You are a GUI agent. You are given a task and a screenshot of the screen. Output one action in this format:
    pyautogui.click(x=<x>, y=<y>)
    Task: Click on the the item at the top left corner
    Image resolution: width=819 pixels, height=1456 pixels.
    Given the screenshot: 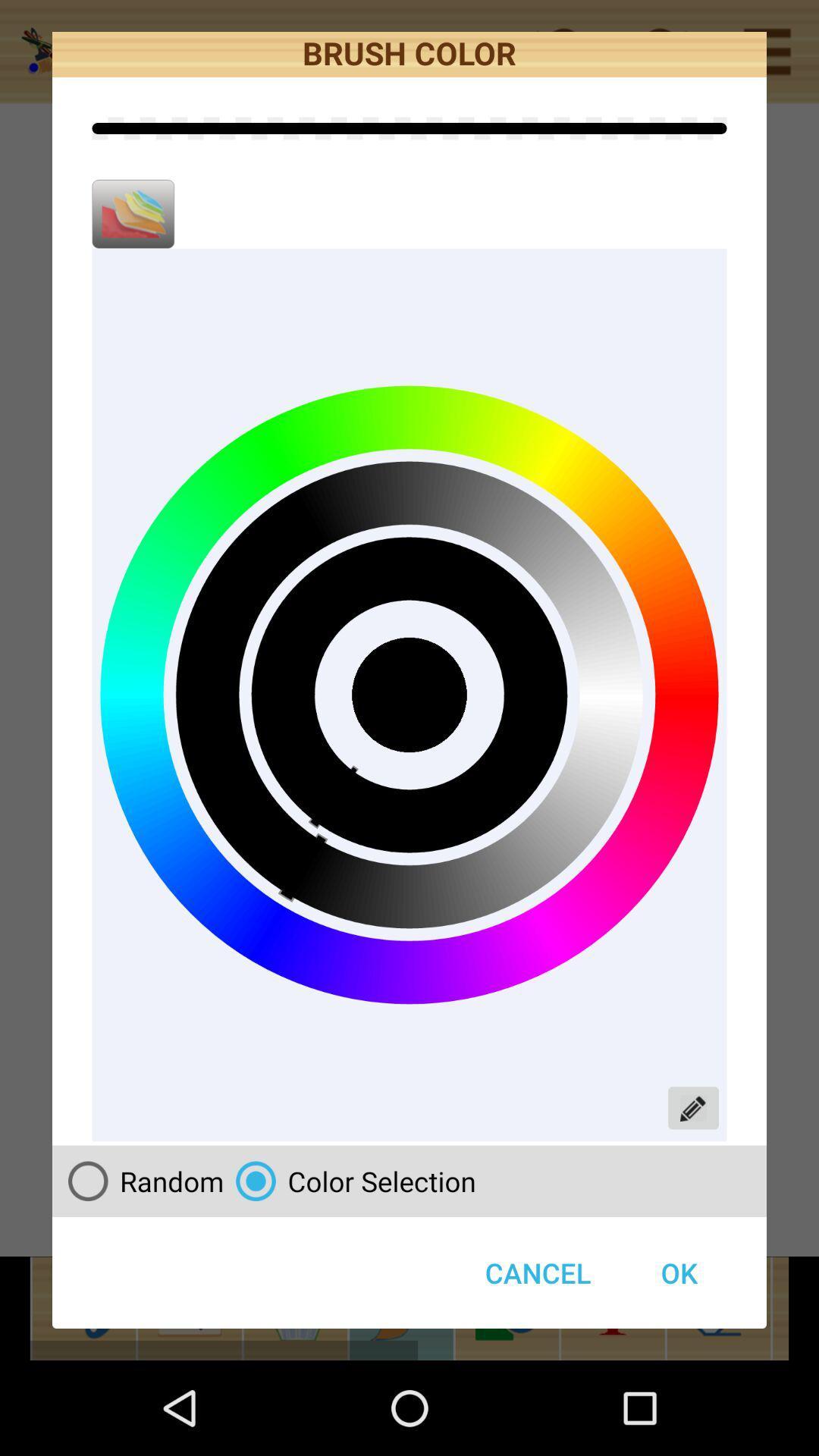 What is the action you would take?
    pyautogui.click(x=132, y=213)
    